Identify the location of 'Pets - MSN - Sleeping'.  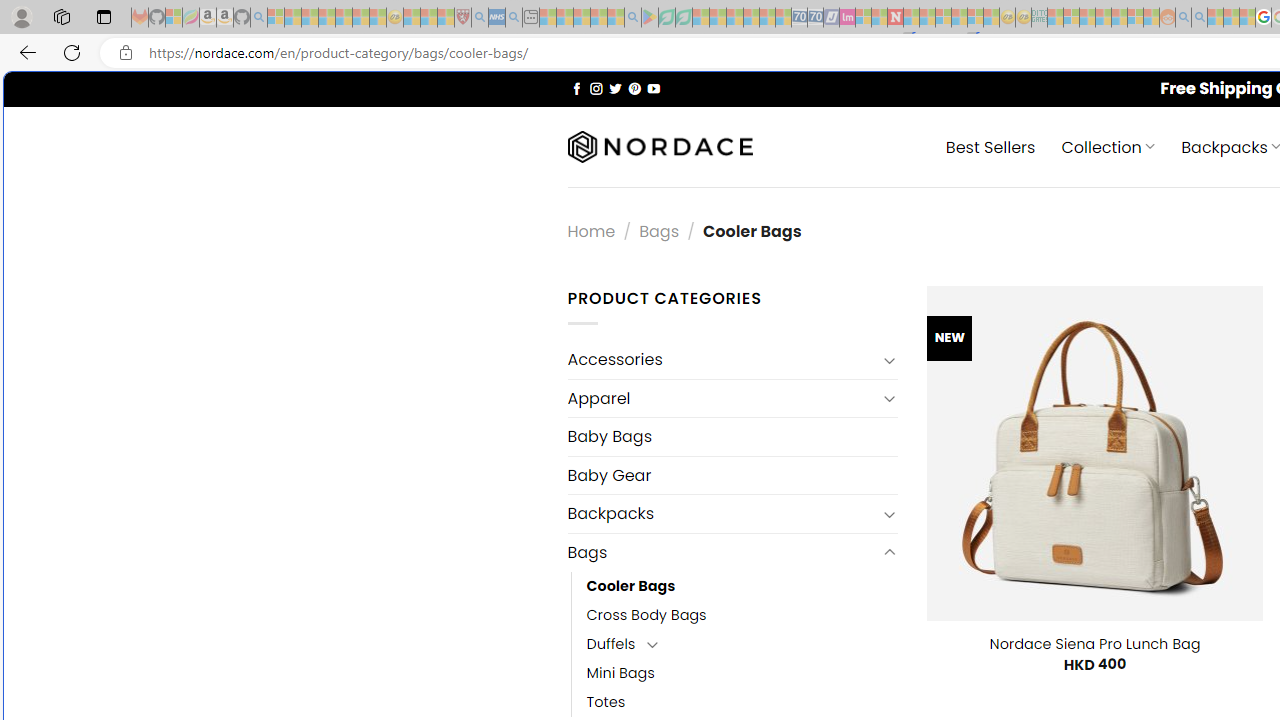
(598, 17).